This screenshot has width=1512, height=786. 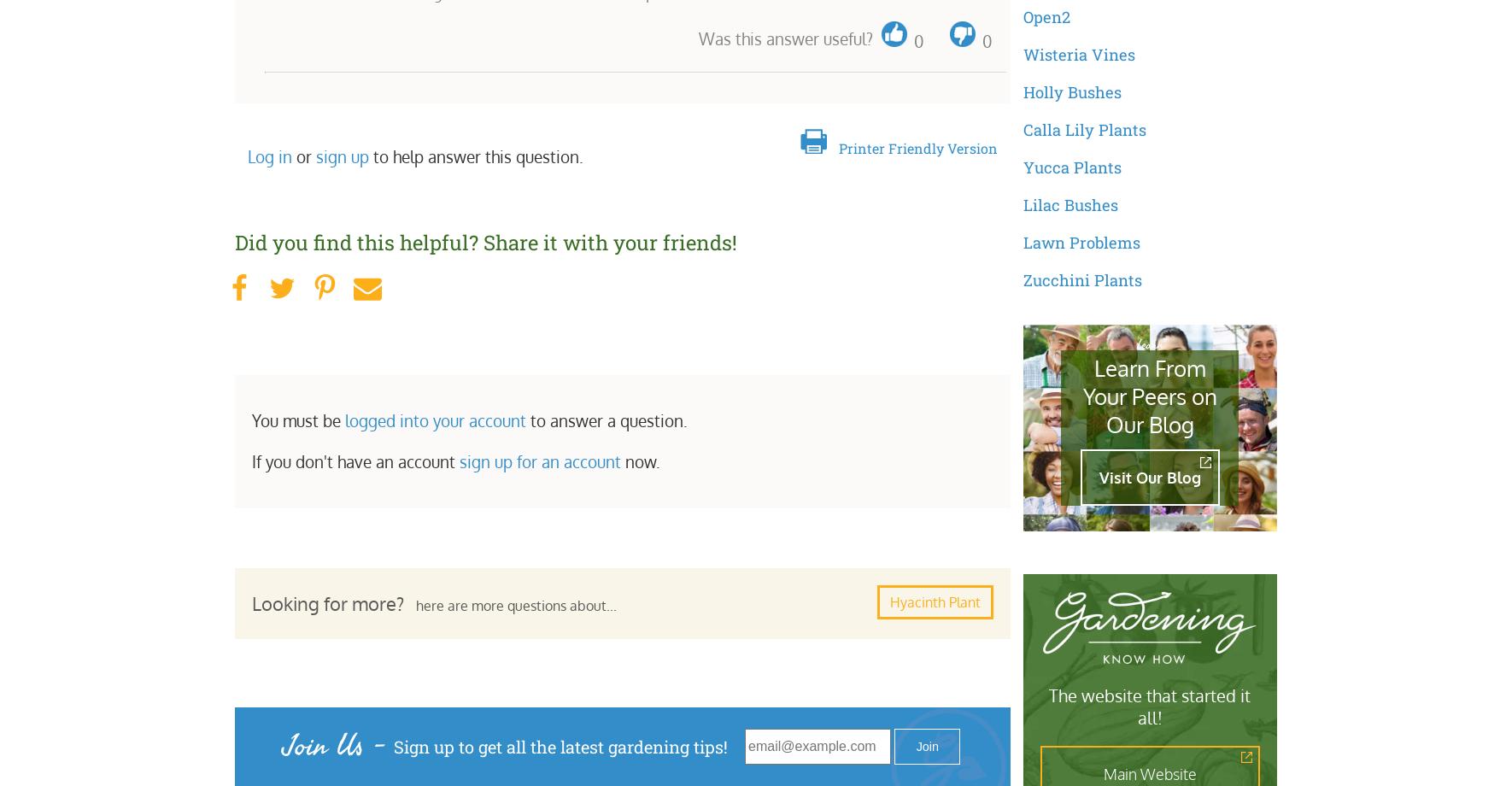 I want to click on 'Learn', so click(x=1135, y=343).